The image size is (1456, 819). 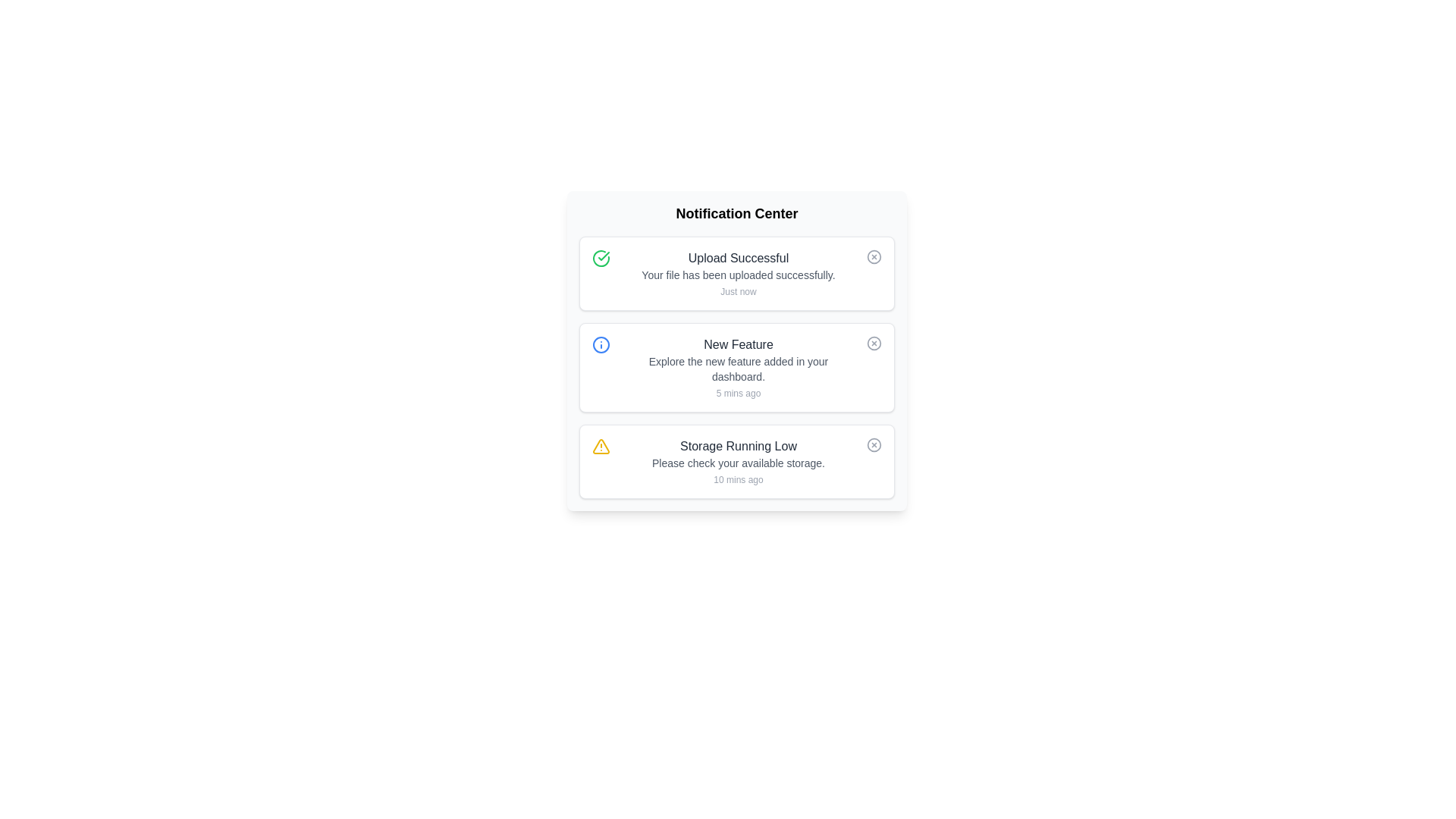 I want to click on text from the Notification Card that confirms a file has been successfully uploaded, which is the first item in the notification center list, so click(x=736, y=274).